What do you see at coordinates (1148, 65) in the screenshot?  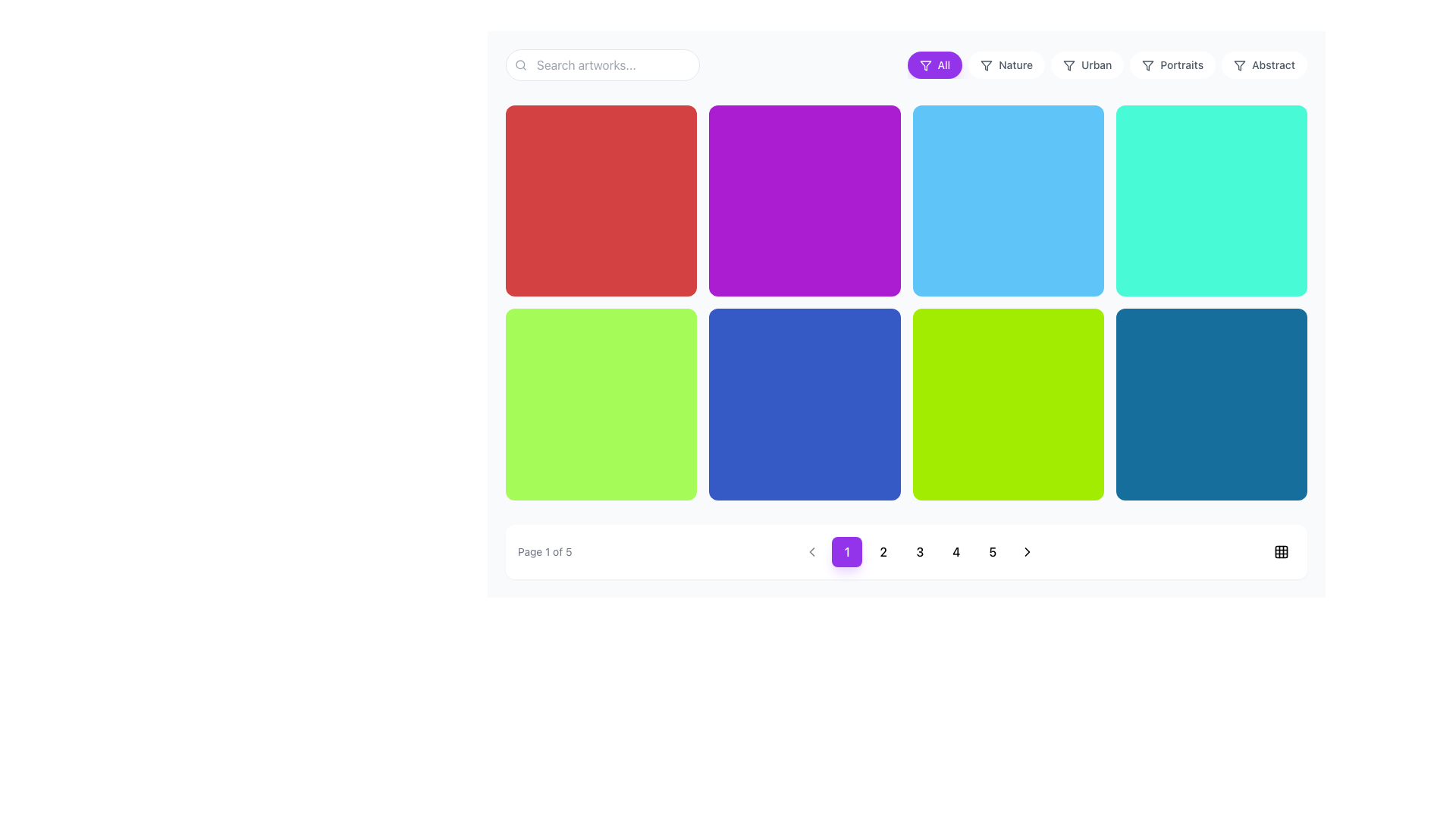 I see `the filter icon` at bounding box center [1148, 65].